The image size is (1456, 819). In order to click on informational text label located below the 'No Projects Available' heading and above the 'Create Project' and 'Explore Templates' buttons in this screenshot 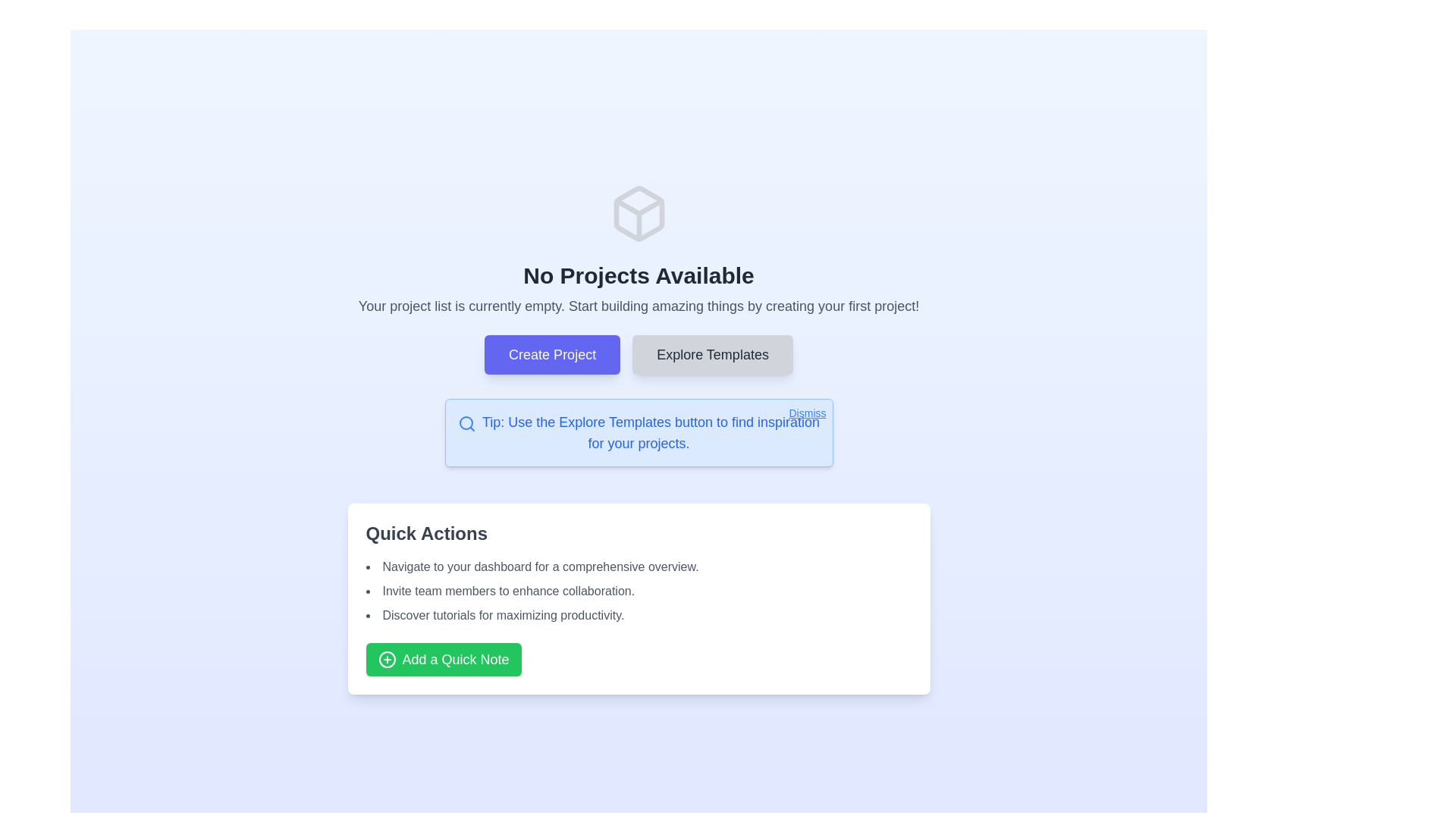, I will do `click(639, 306)`.